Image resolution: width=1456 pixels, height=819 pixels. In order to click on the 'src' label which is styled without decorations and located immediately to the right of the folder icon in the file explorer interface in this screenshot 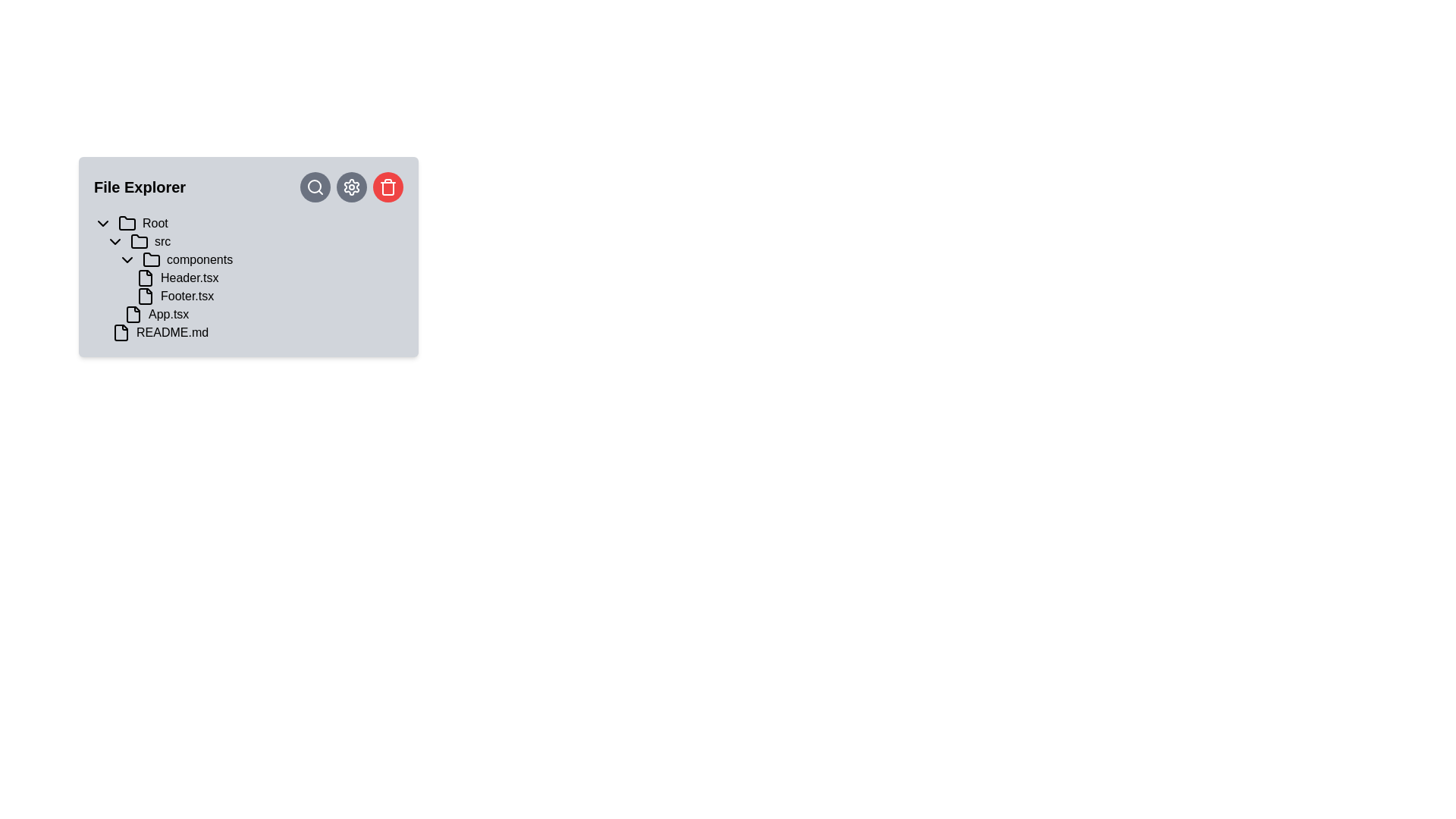, I will do `click(162, 241)`.